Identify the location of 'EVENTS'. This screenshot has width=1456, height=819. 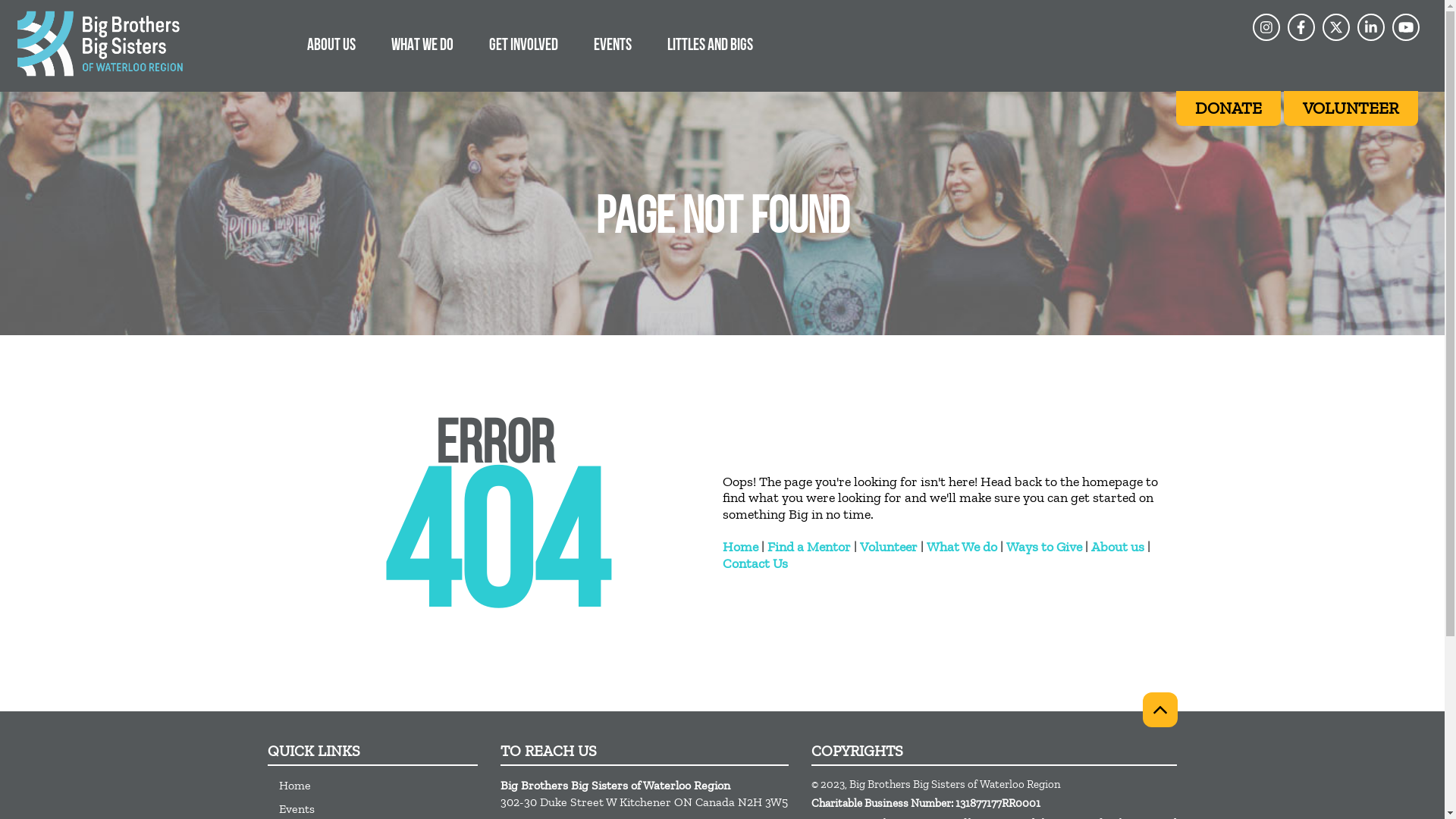
(612, 43).